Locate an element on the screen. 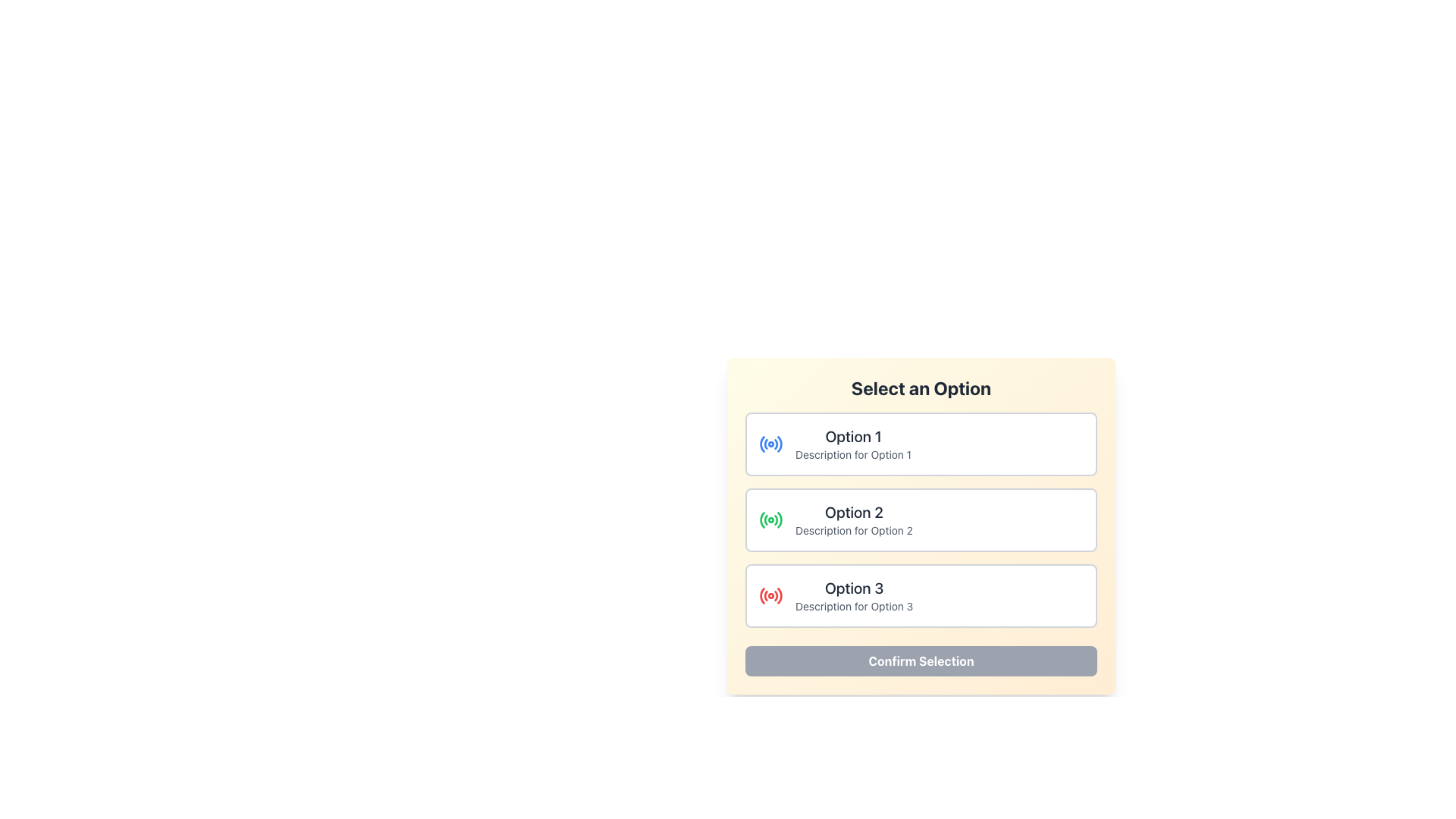  the text block element displaying 'Option 1' and its description 'Description for Option 1', located within the first selectable box under 'Select an Option' is located at coordinates (853, 444).